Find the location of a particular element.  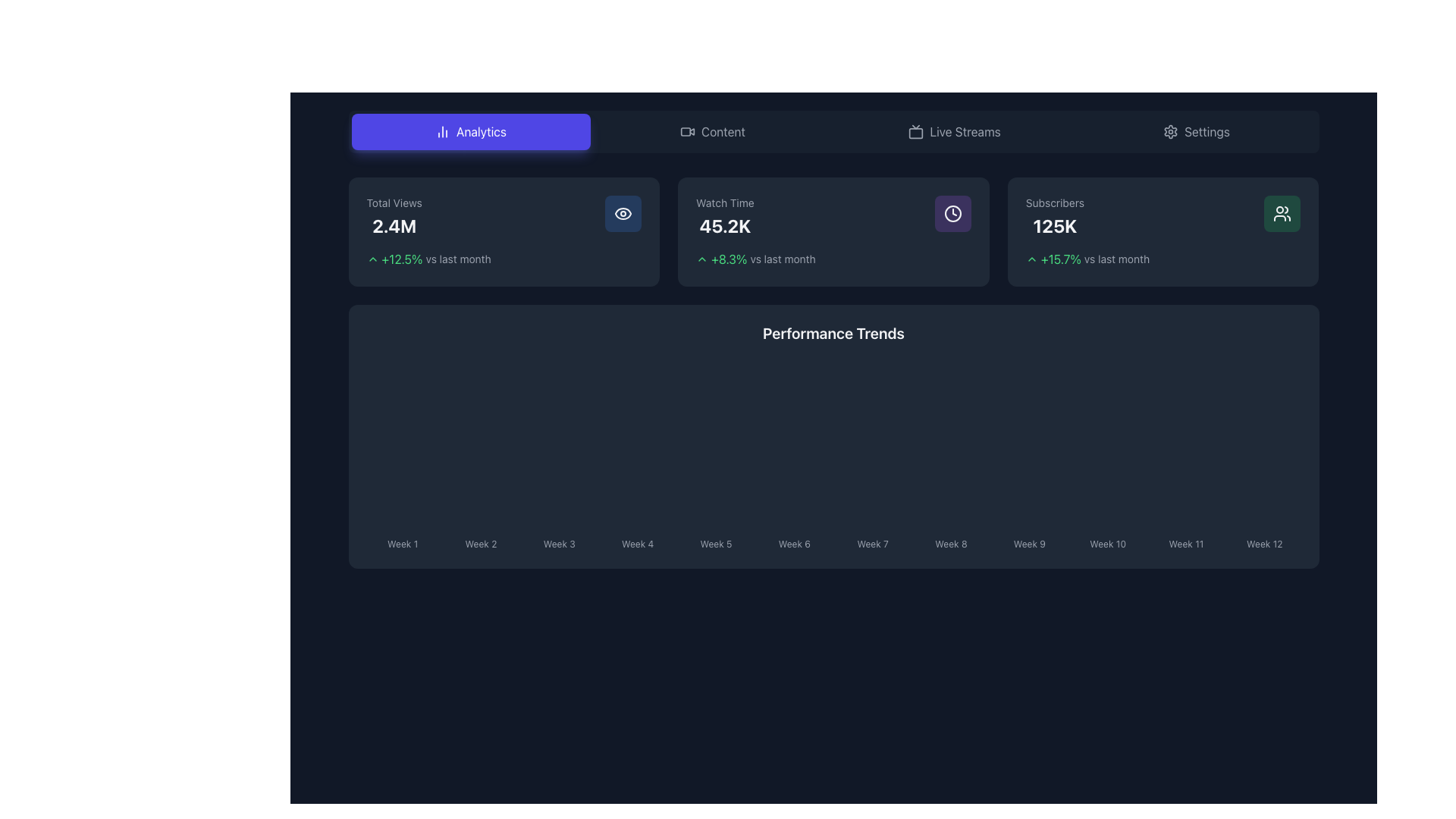

the icon indicating a positive trend, located to the left of the text '+12.5% vs last month' is located at coordinates (372, 259).